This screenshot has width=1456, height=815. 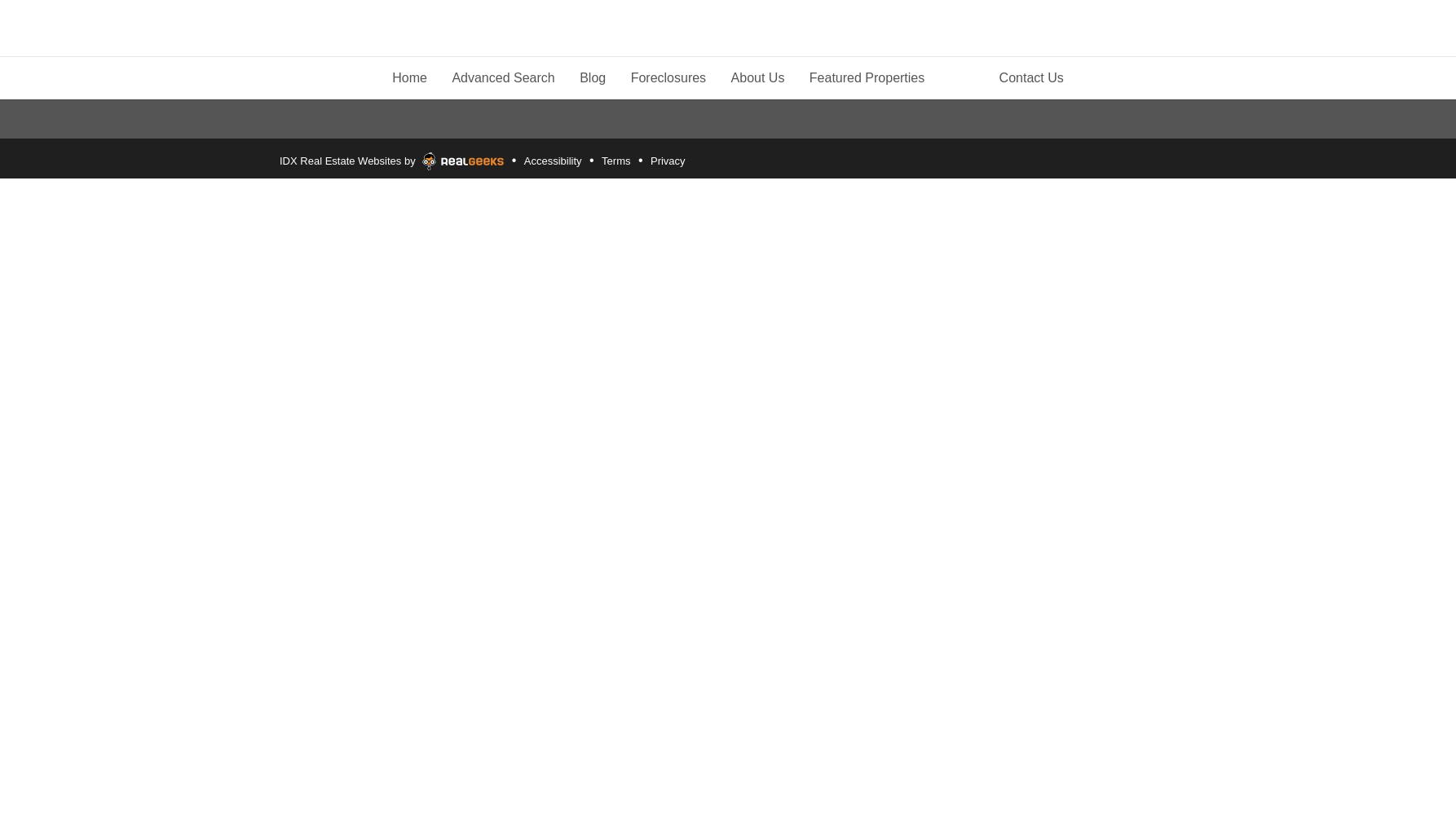 What do you see at coordinates (615, 160) in the screenshot?
I see `'Terms'` at bounding box center [615, 160].